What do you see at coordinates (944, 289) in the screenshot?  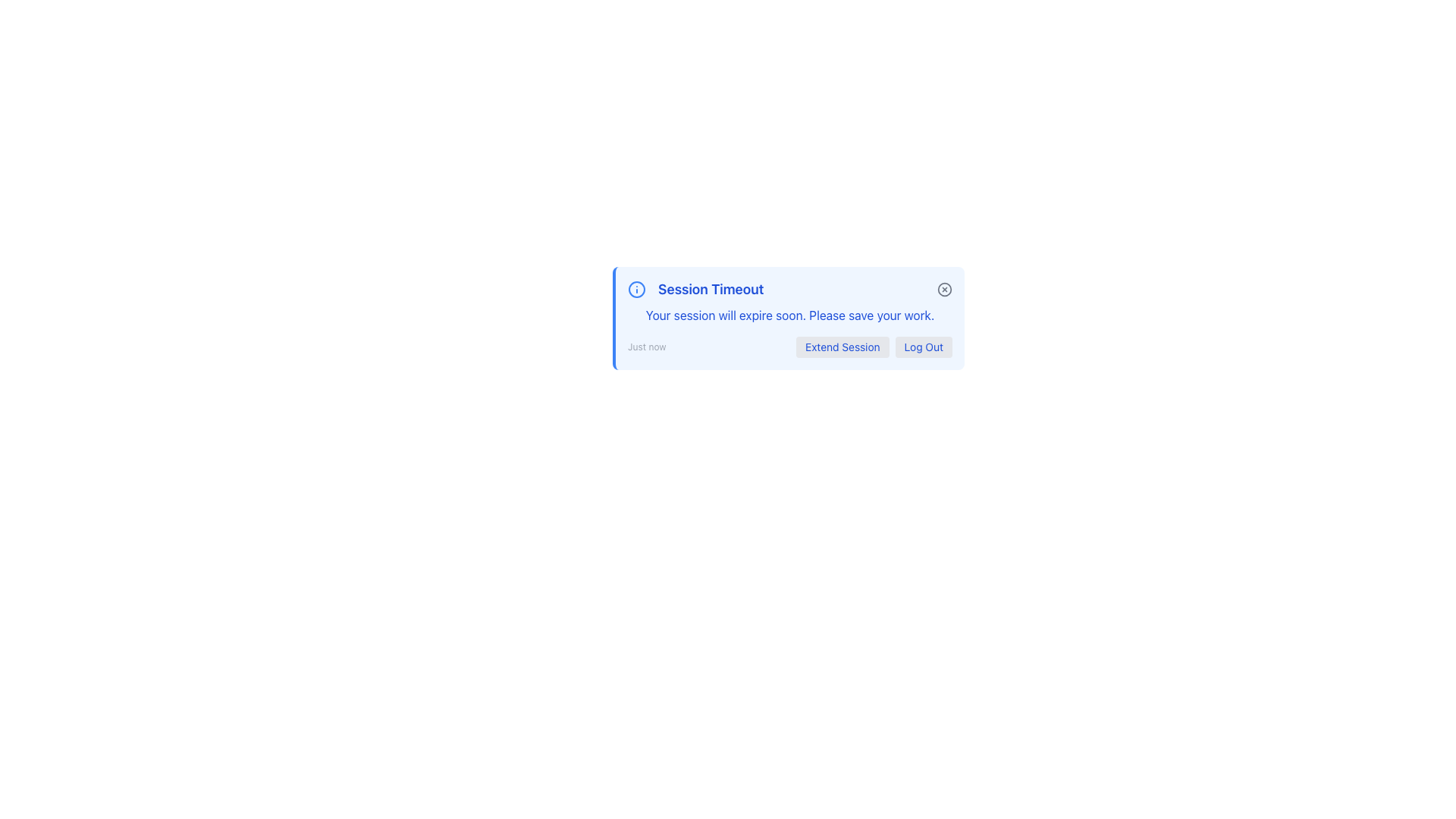 I see `the close button located in the top-right corner of the notification box titled 'Session Timeout'` at bounding box center [944, 289].